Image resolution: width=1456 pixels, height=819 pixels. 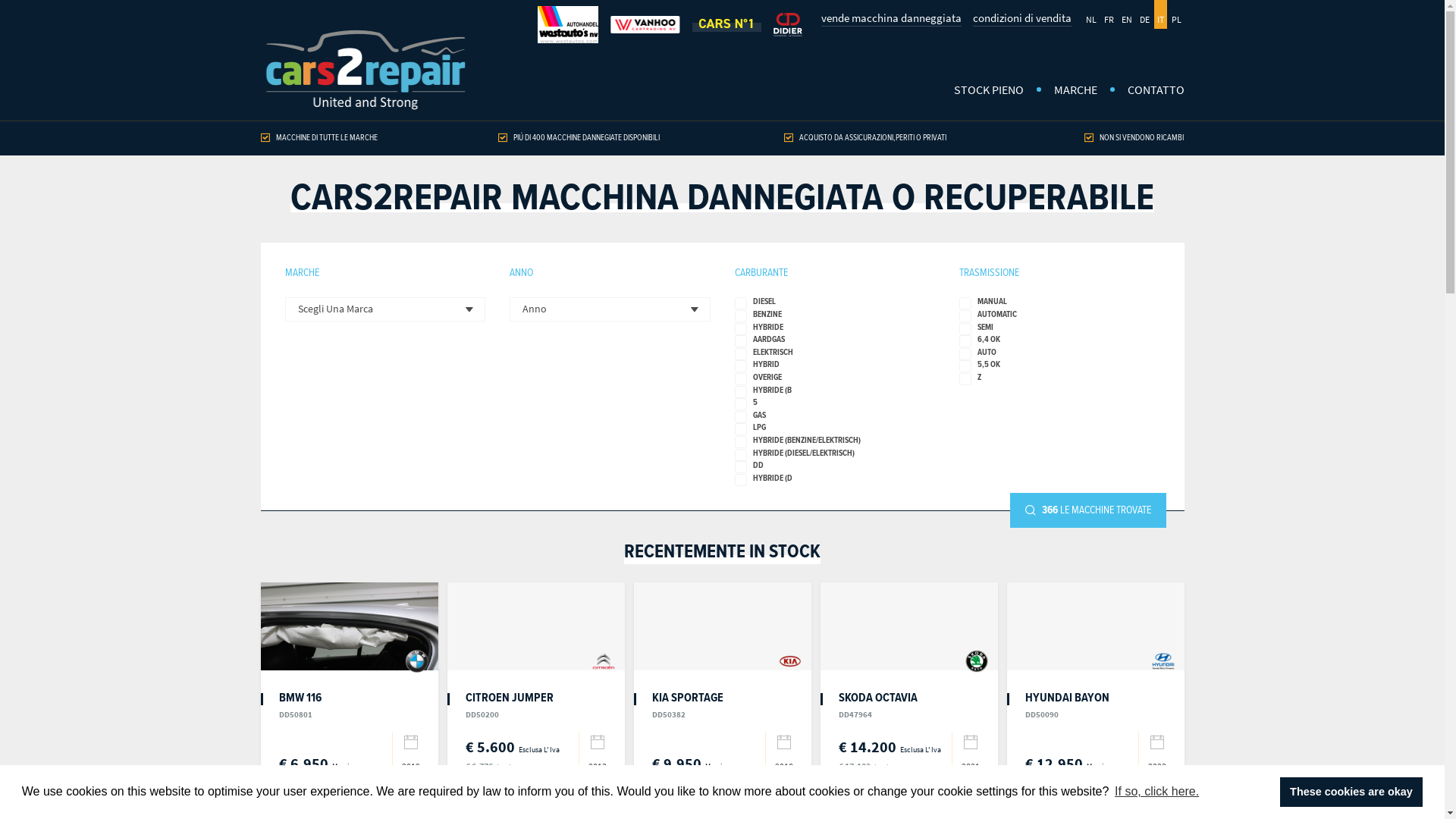 What do you see at coordinates (1125, 14) in the screenshot?
I see `'EN'` at bounding box center [1125, 14].